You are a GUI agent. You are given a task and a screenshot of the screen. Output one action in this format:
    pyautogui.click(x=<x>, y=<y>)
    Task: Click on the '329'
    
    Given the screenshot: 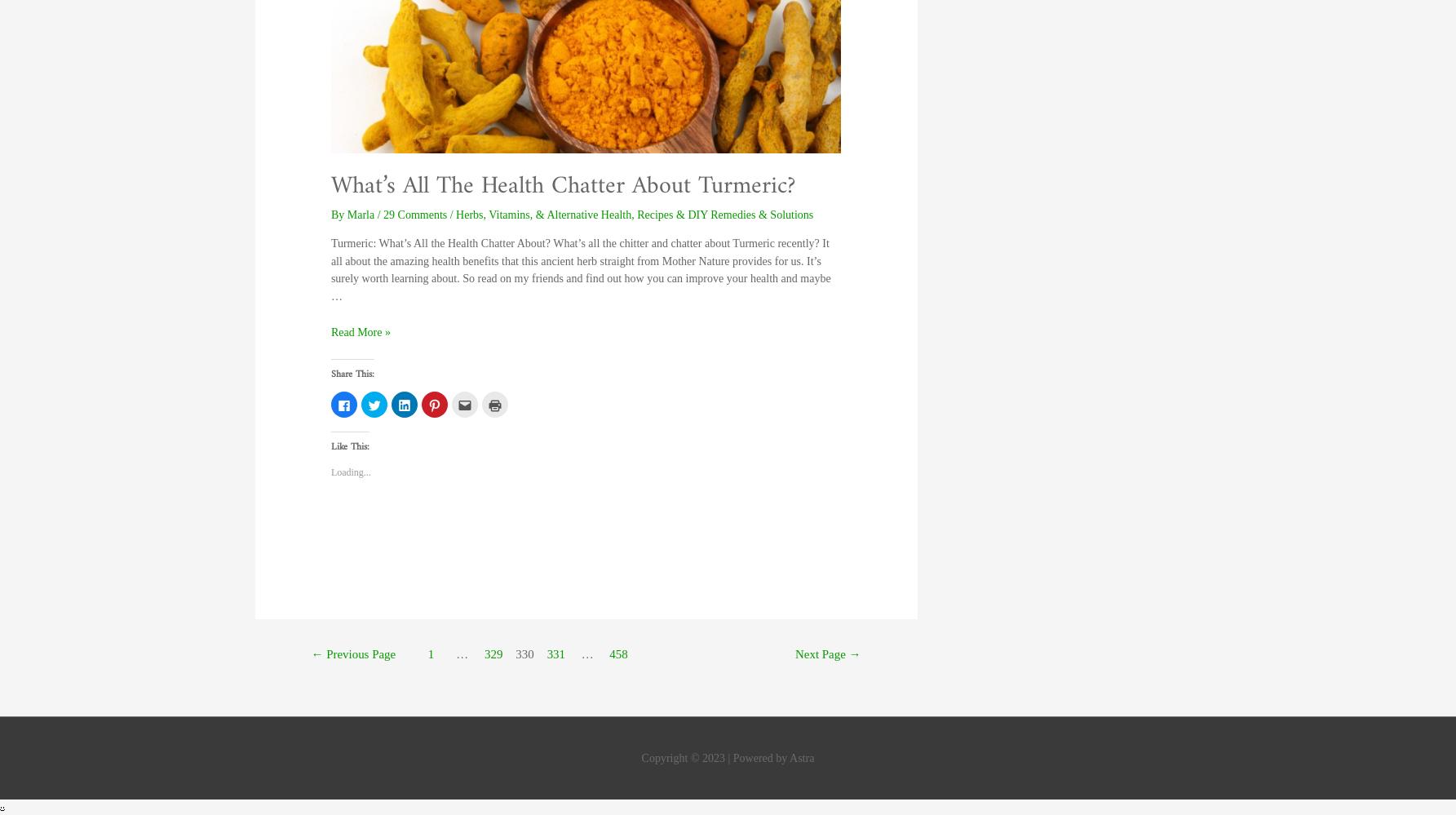 What is the action you would take?
    pyautogui.click(x=493, y=653)
    